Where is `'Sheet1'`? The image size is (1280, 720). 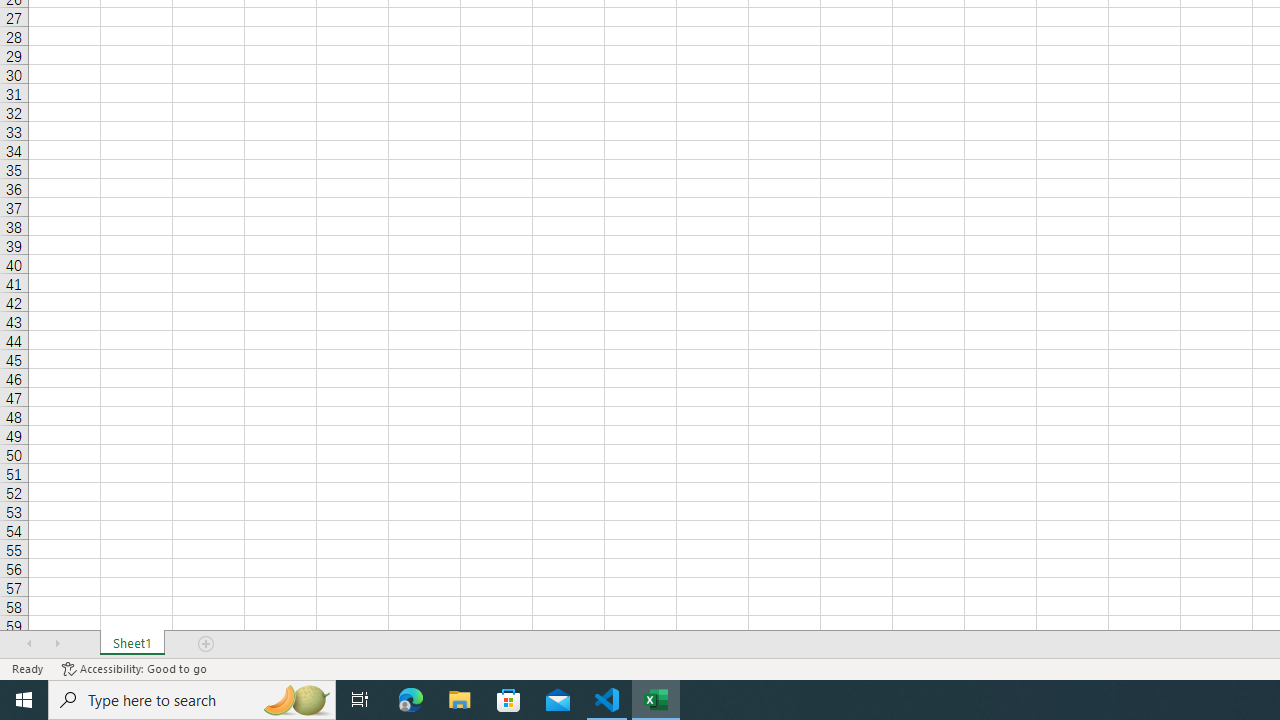
'Sheet1' is located at coordinates (131, 644).